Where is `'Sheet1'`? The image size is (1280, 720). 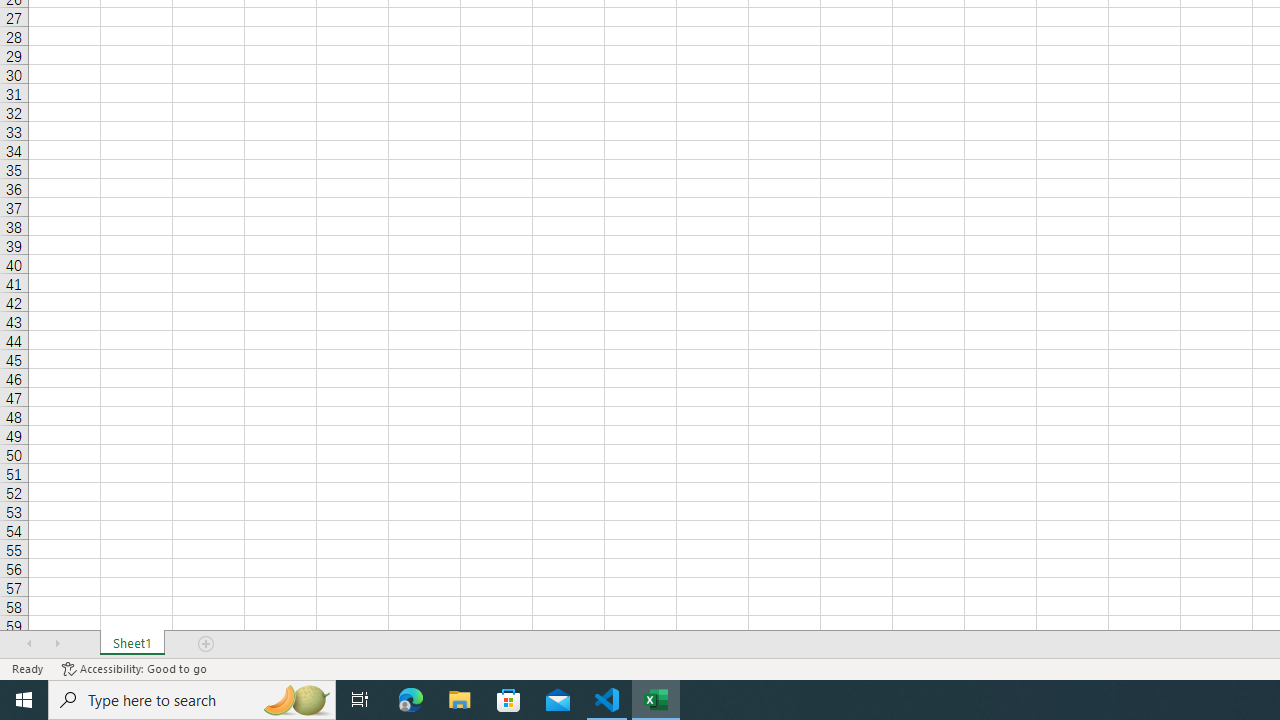
'Sheet1' is located at coordinates (131, 644).